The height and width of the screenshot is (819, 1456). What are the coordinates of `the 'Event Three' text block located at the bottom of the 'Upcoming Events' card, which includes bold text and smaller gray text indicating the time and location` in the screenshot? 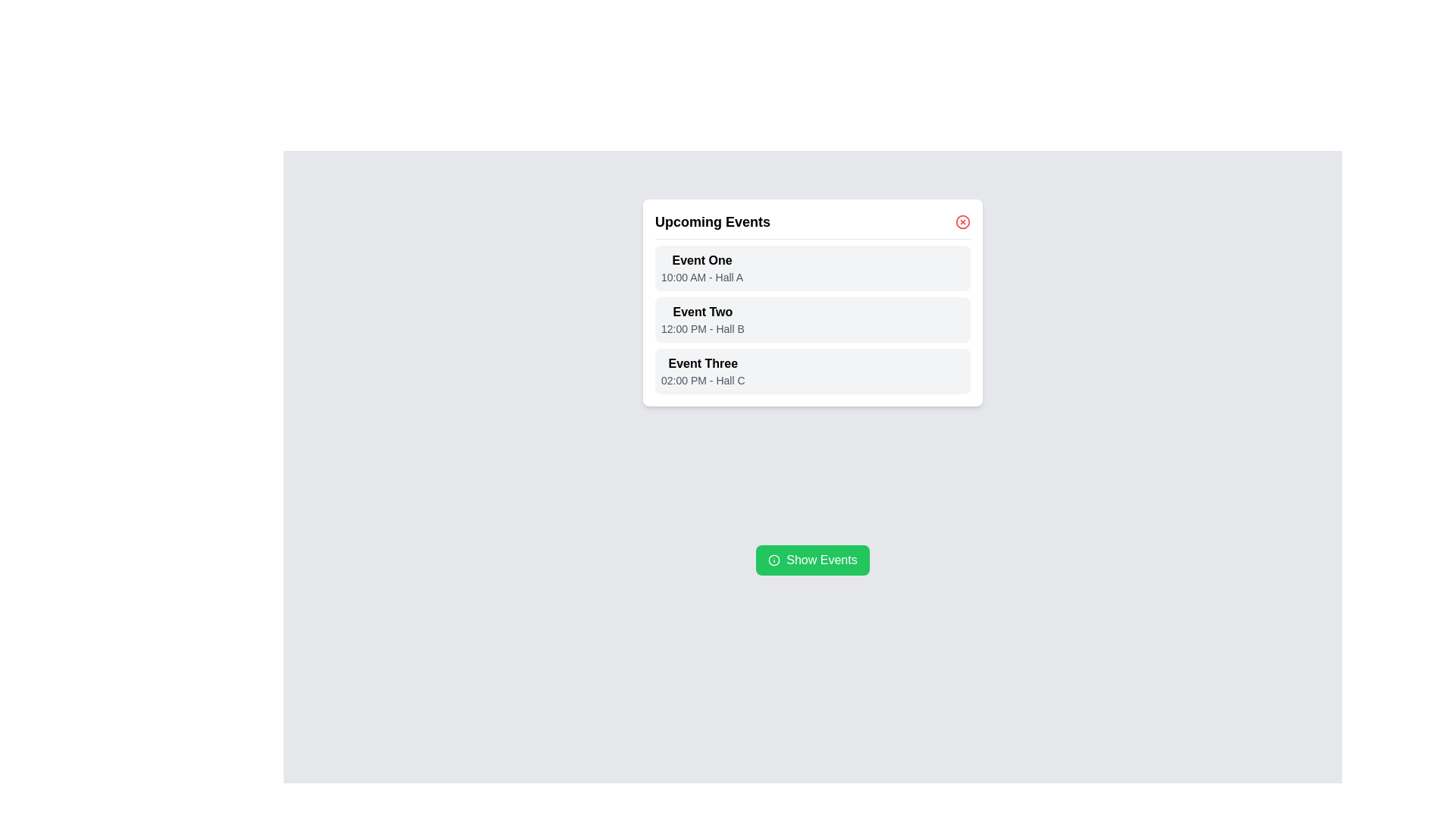 It's located at (701, 371).